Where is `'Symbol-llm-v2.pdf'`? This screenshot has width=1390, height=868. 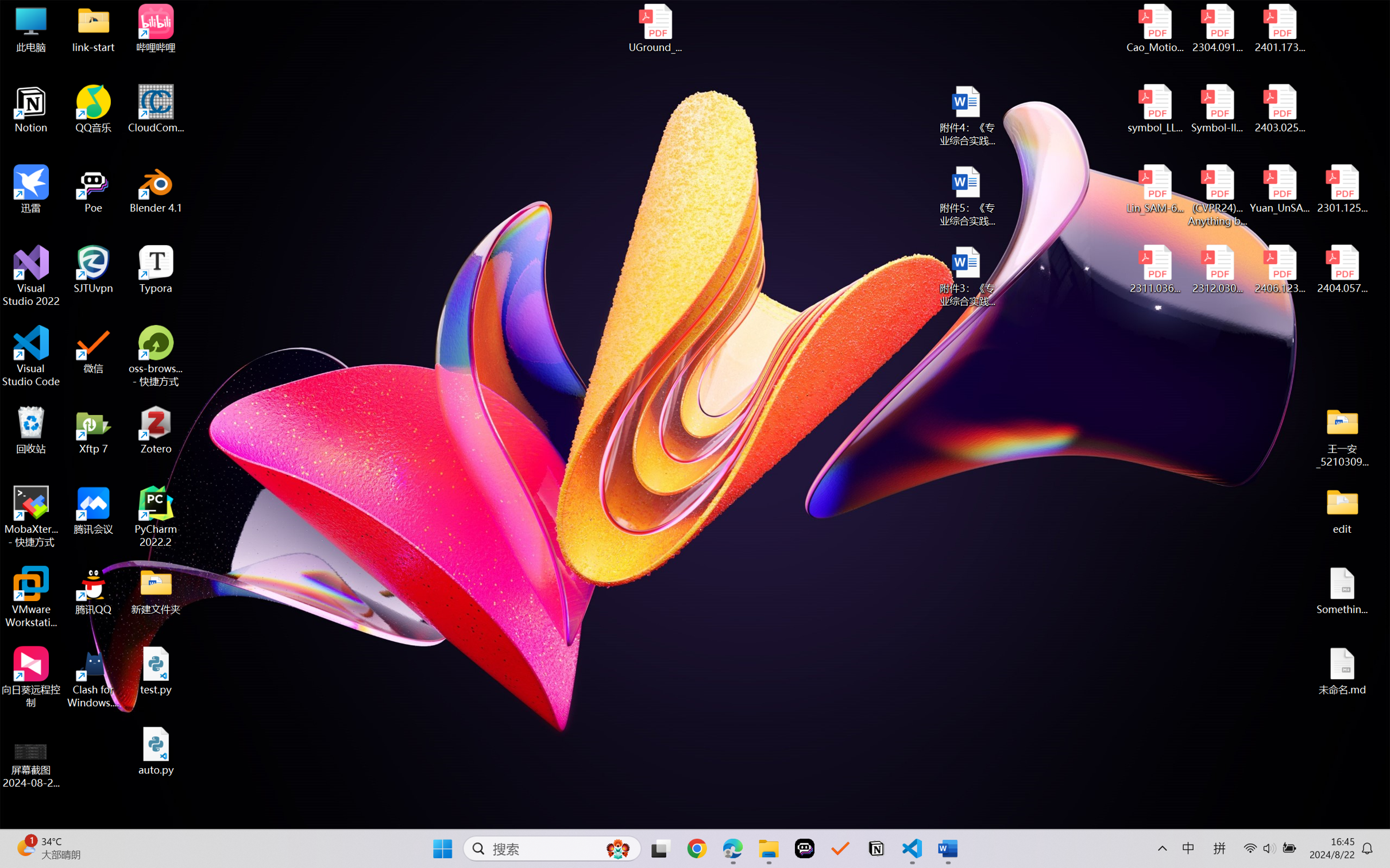
'Symbol-llm-v2.pdf' is located at coordinates (1217, 109).